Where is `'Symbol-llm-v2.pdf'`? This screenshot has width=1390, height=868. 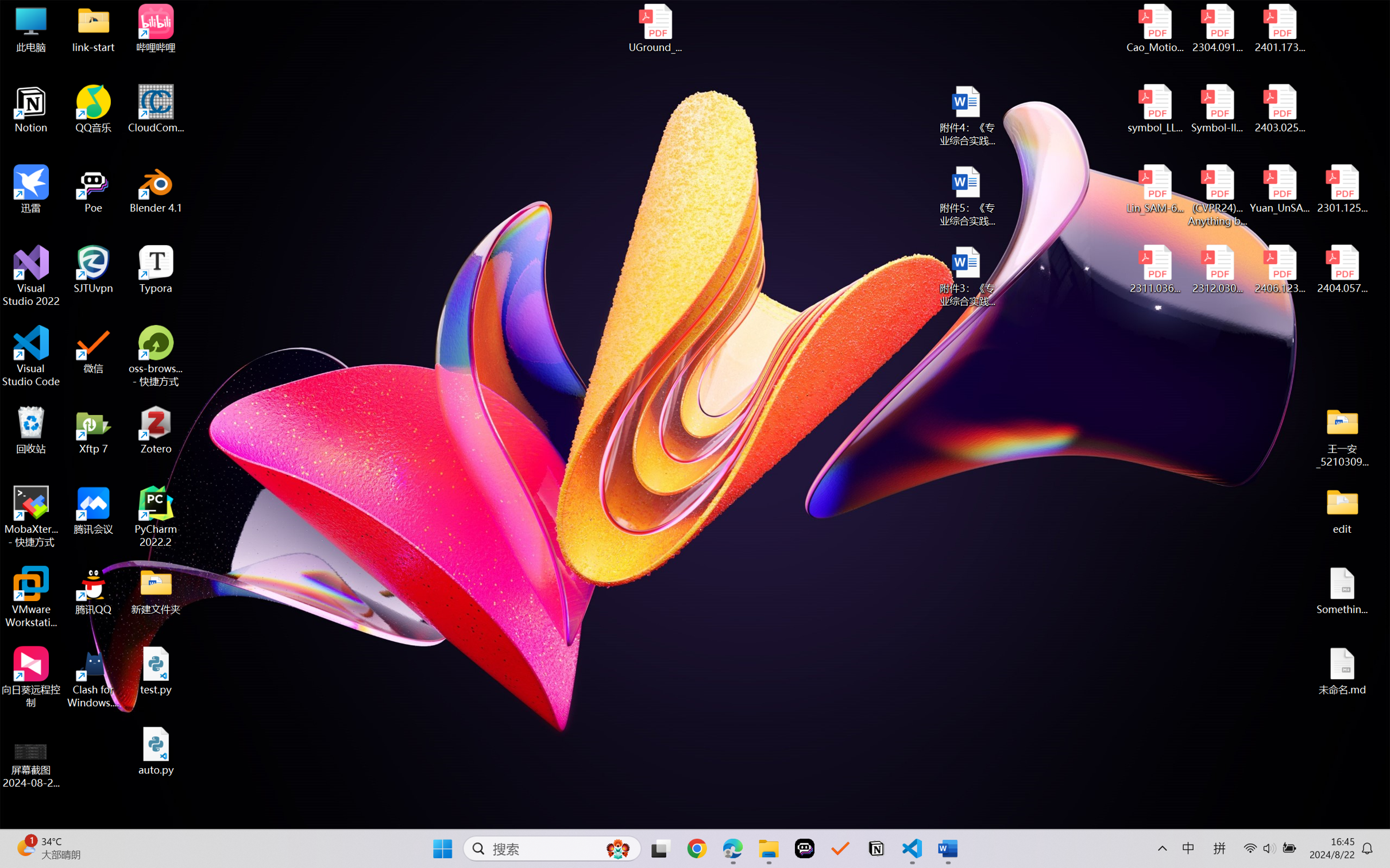
'Symbol-llm-v2.pdf' is located at coordinates (1217, 109).